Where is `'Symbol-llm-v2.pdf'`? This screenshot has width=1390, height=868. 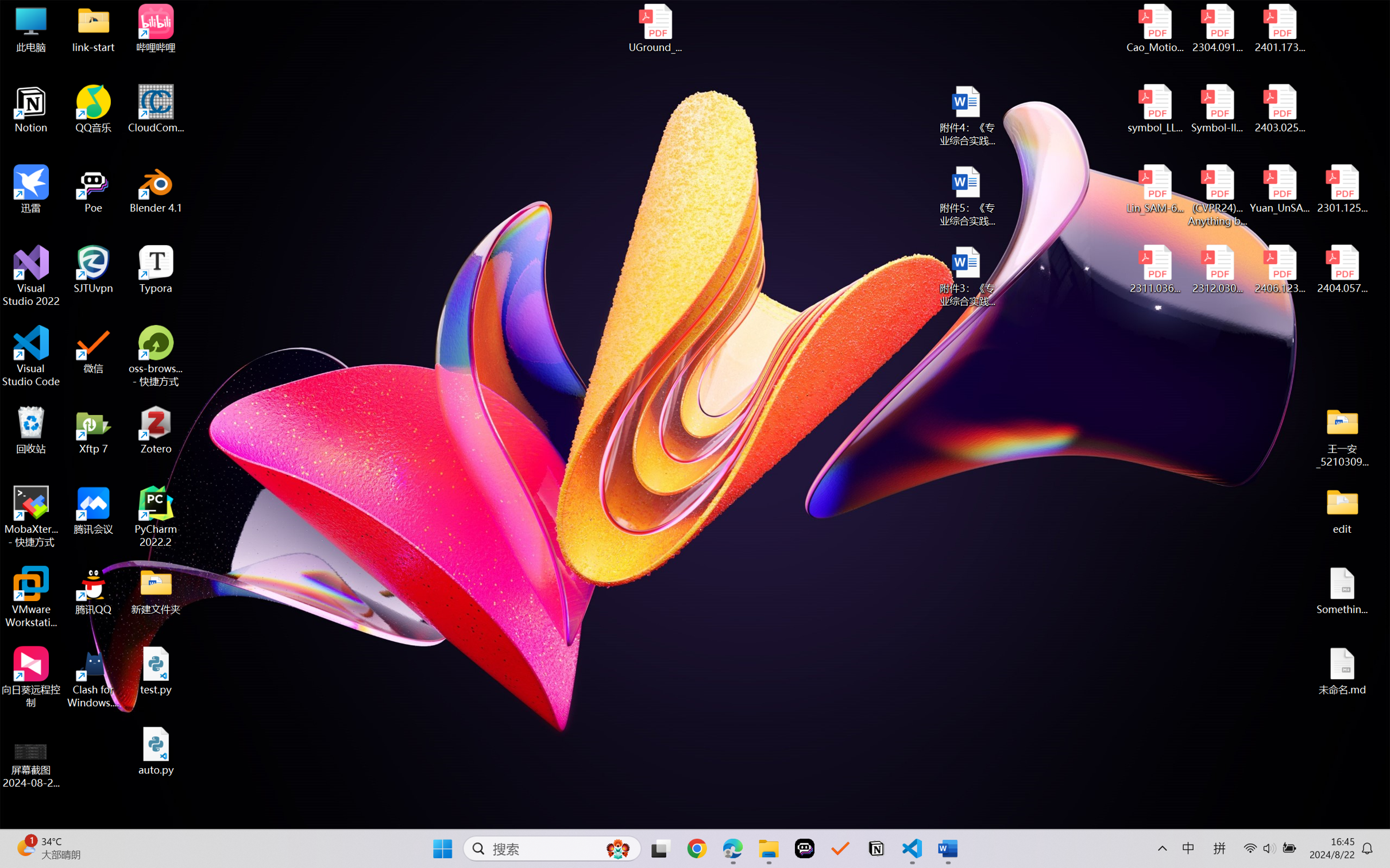
'Symbol-llm-v2.pdf' is located at coordinates (1217, 109).